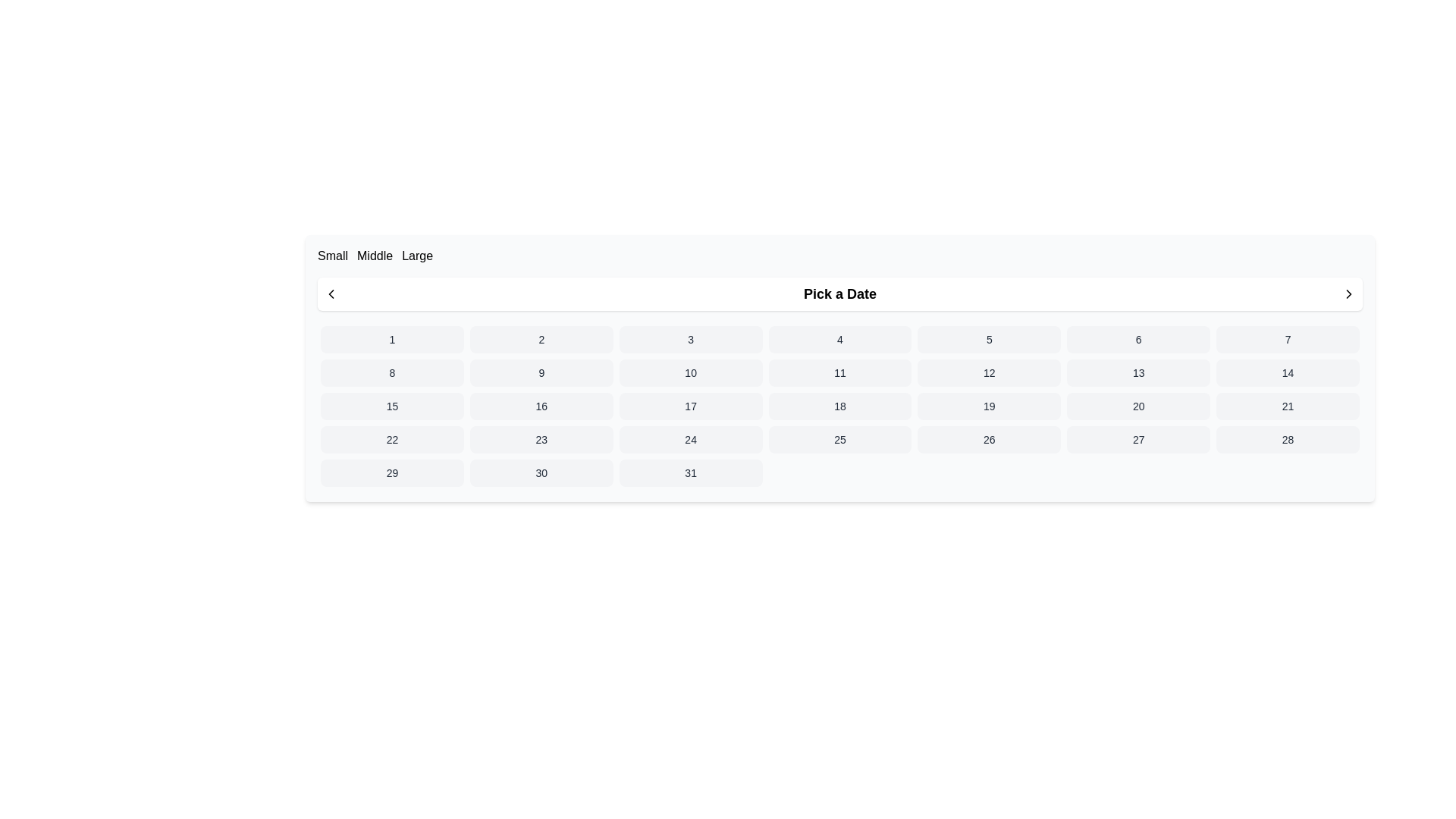  What do you see at coordinates (330, 294) in the screenshot?
I see `the left-pointing chevron button in the header of the date selection modal to activate hover effects` at bounding box center [330, 294].